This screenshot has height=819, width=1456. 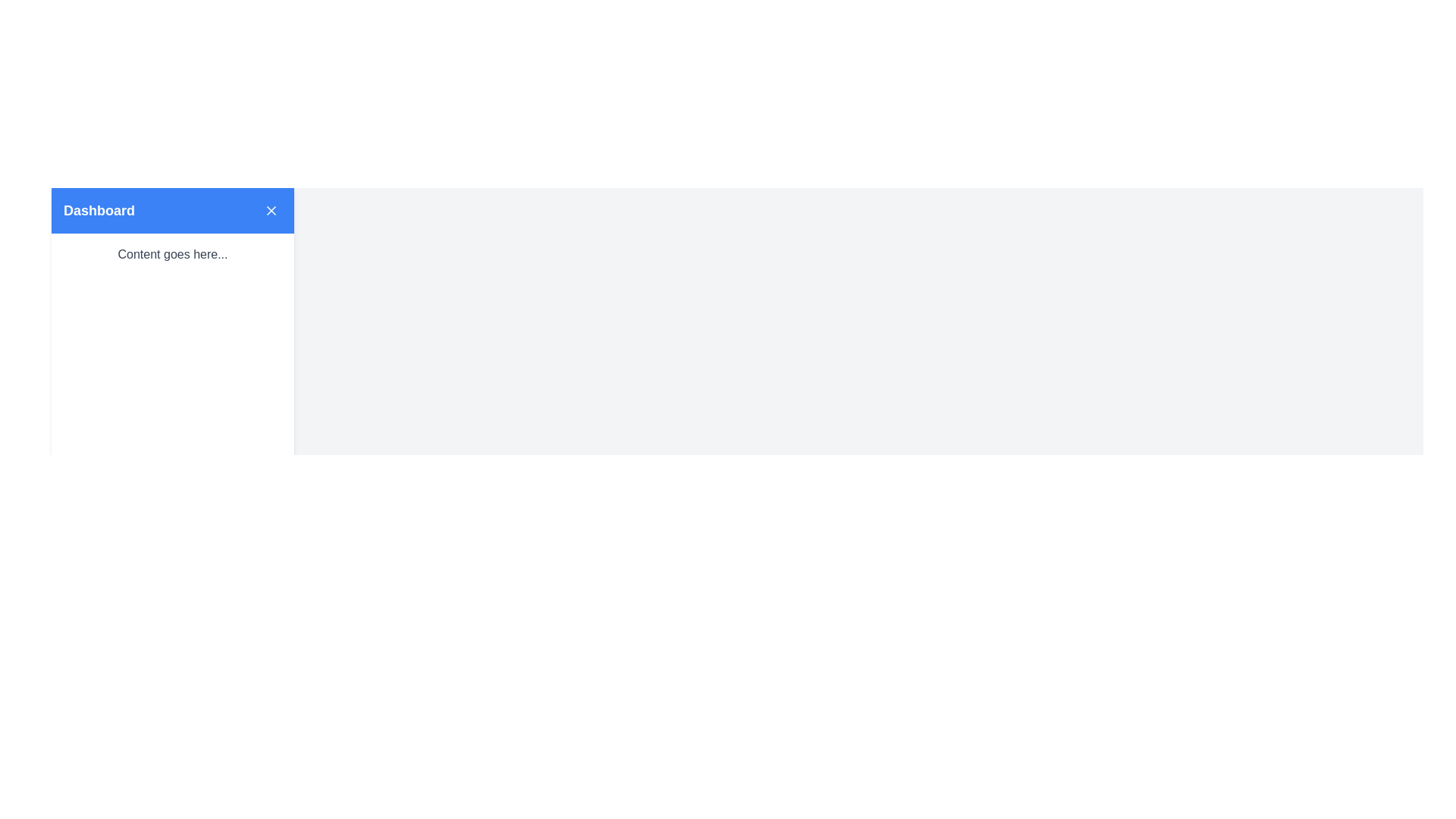 I want to click on the close icon, which is a white X shape on a blue background located in the top-right corner of the 'Dashboard' header bar, so click(x=271, y=210).